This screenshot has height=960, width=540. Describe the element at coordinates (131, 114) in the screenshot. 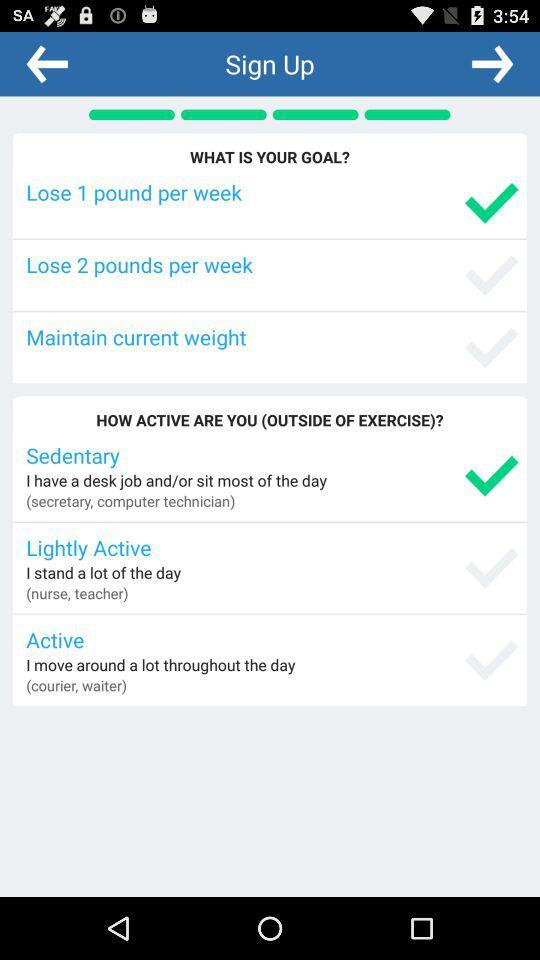

I see `page indicator icon` at that location.